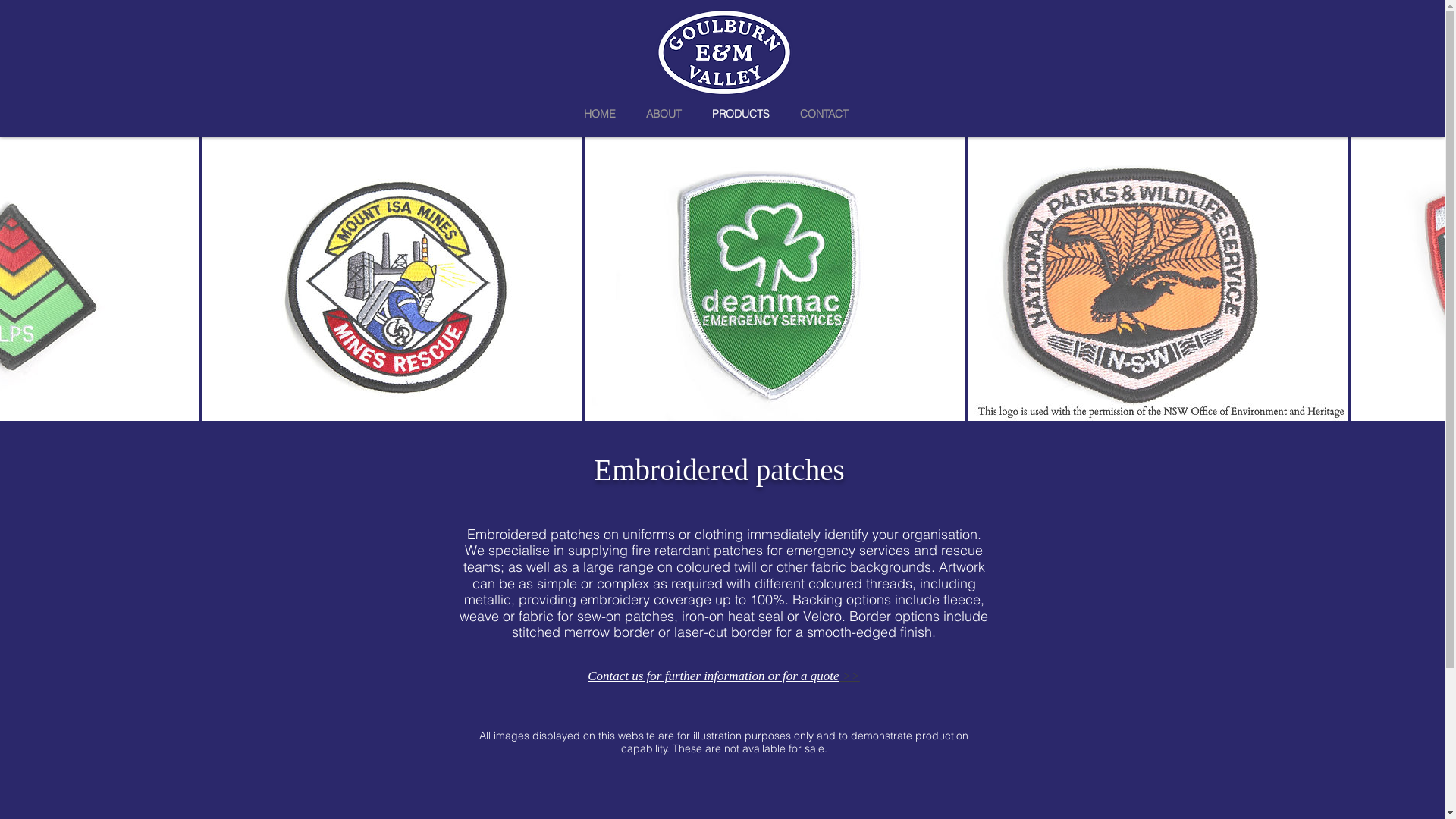 This screenshot has height=819, width=1456. Describe the element at coordinates (785, 111) in the screenshot. I see `'CONTACT'` at that location.